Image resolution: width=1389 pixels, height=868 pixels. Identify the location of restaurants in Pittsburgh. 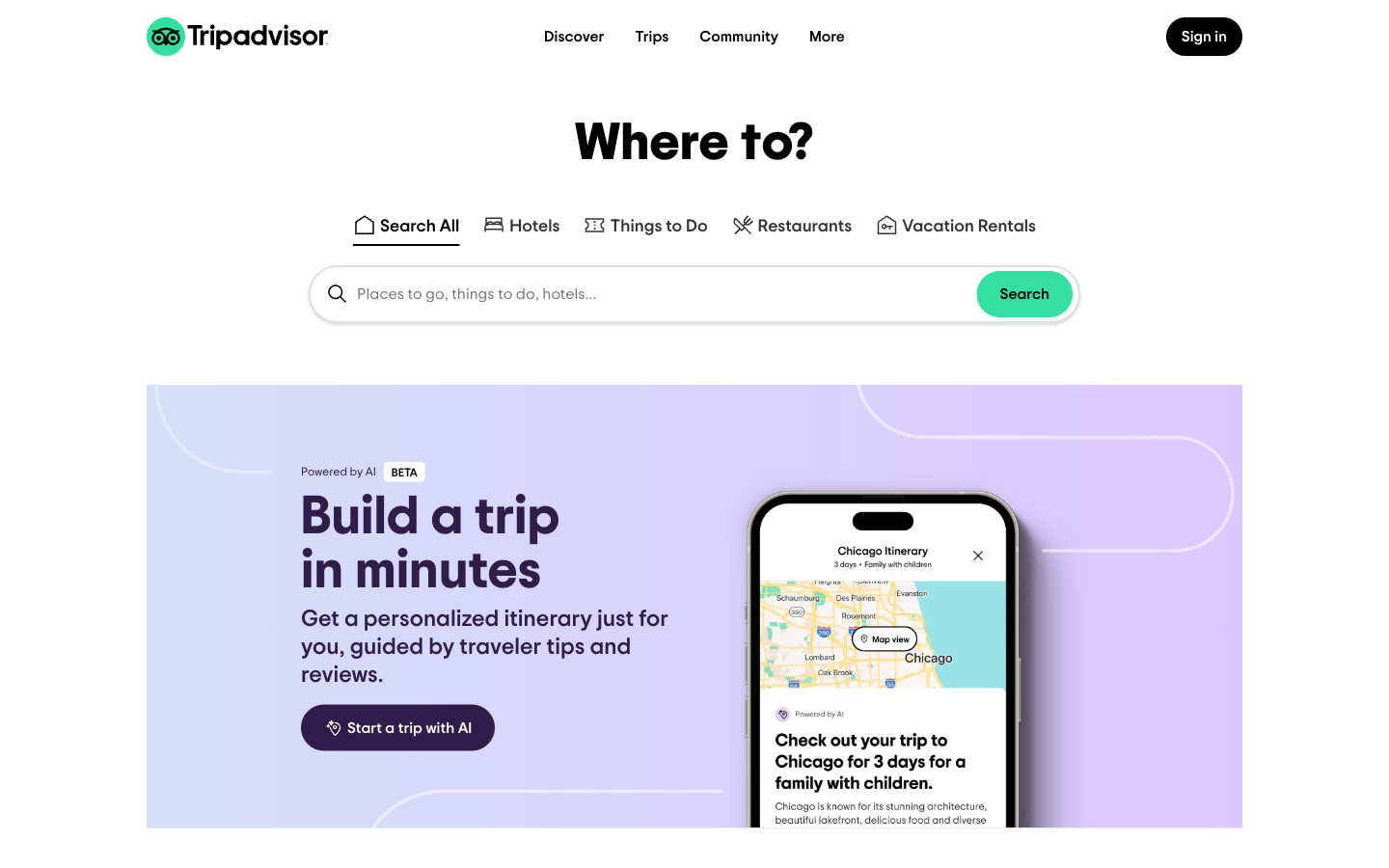
(791, 218).